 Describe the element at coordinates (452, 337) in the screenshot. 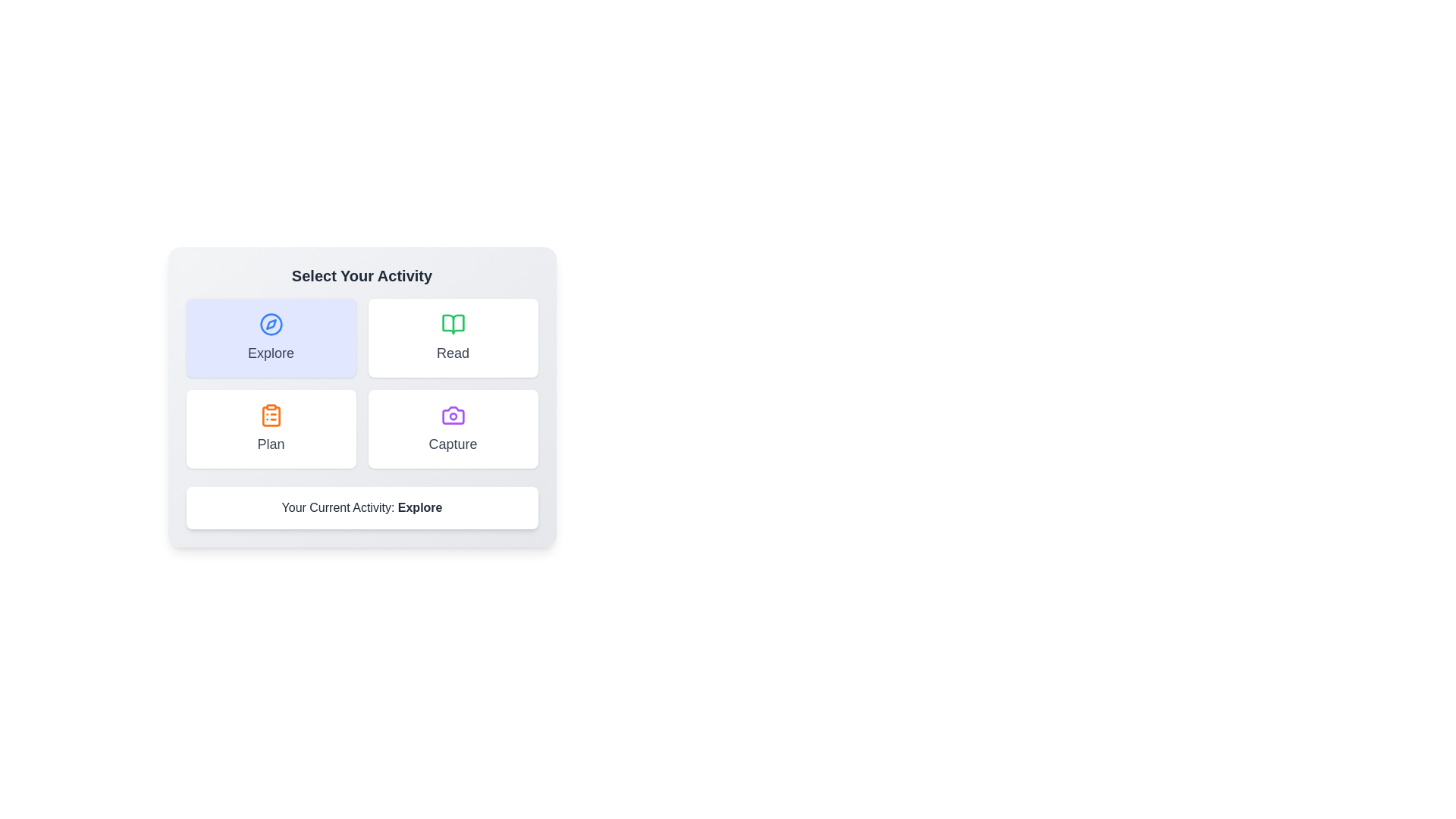

I see `the button labeled Read to observe its visual feedback` at that location.